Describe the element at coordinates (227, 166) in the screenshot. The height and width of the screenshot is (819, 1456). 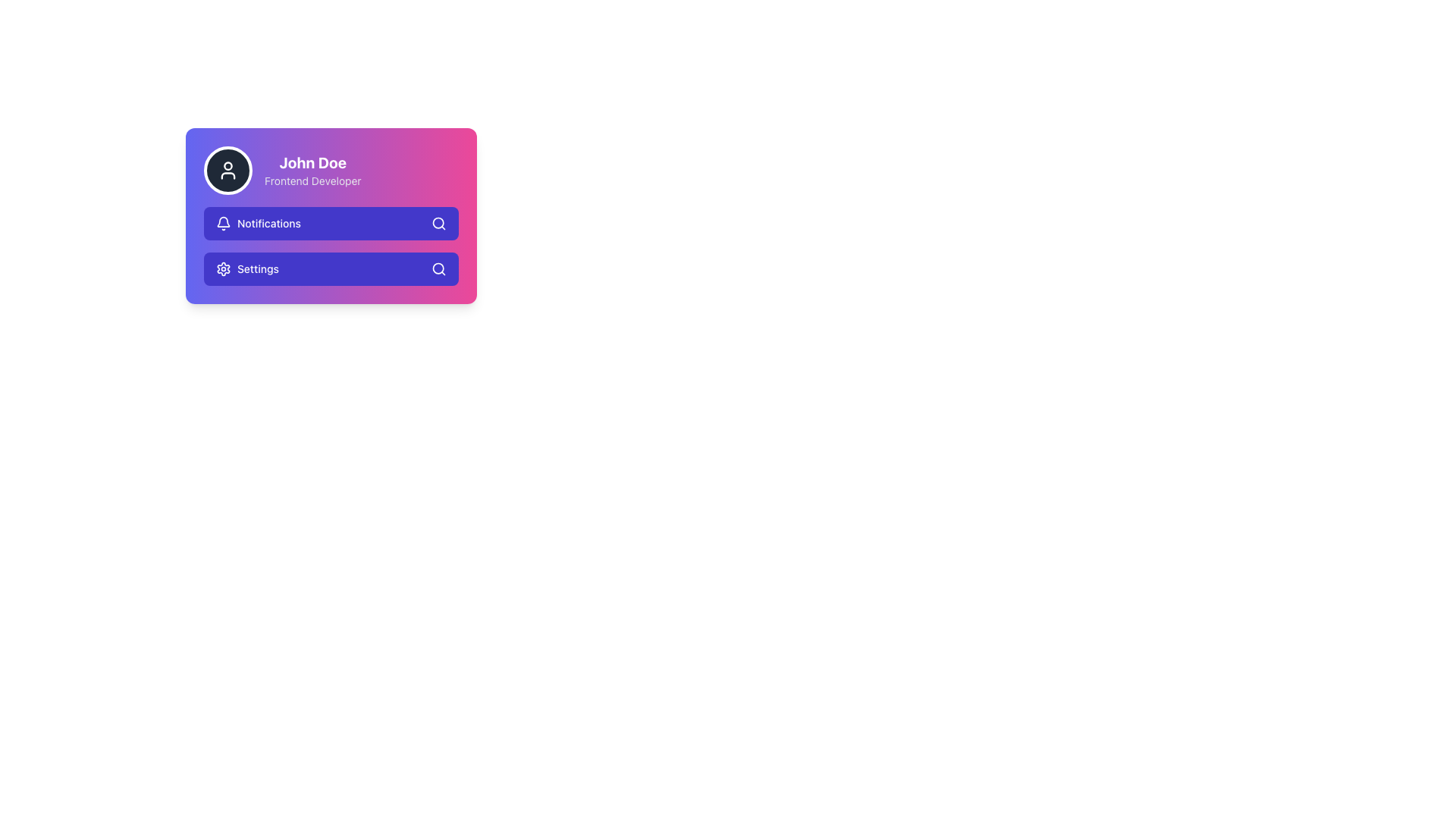
I see `the circular SVG graphical element that represents part of the user profile display icon located at the top left of the rectangular card` at that location.